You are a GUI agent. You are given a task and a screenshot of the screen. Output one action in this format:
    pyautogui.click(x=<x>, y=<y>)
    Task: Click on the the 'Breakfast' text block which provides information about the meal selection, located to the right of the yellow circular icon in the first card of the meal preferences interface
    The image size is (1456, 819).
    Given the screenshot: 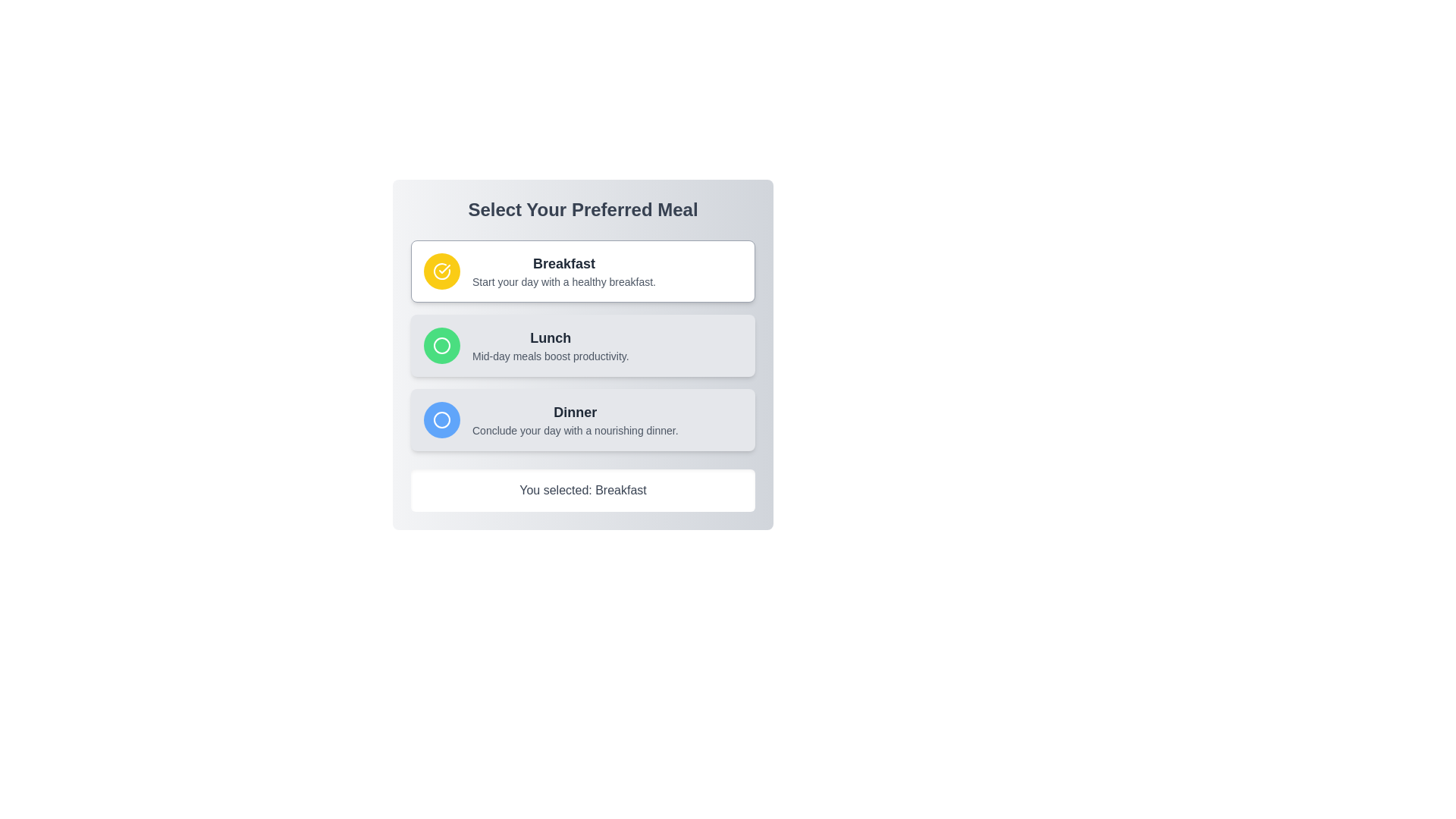 What is the action you would take?
    pyautogui.click(x=563, y=271)
    